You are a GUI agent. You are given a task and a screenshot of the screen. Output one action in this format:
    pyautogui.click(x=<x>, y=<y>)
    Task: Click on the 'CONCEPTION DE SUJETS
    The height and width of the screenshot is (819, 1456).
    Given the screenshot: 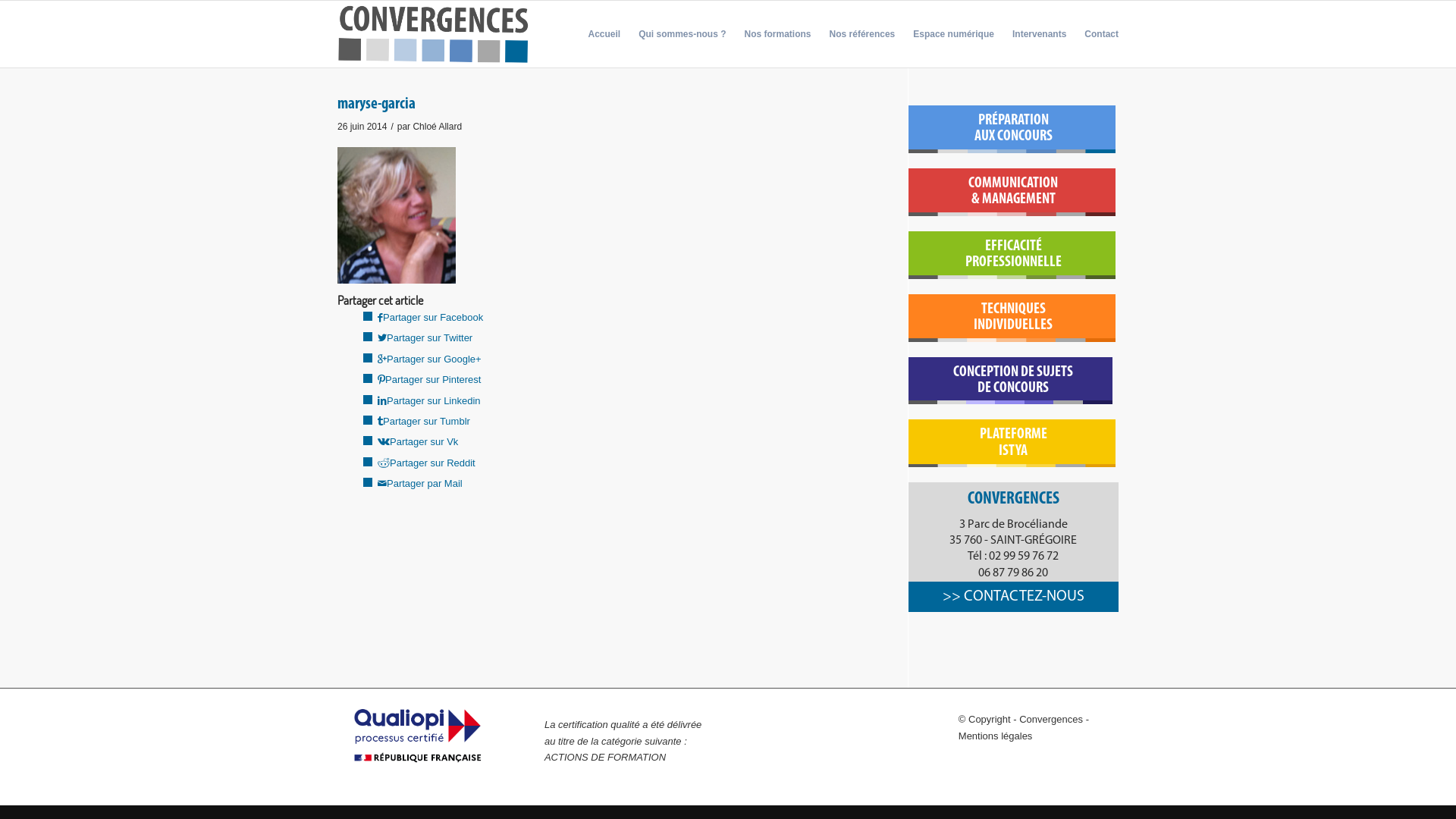 What is the action you would take?
    pyautogui.click(x=1013, y=379)
    